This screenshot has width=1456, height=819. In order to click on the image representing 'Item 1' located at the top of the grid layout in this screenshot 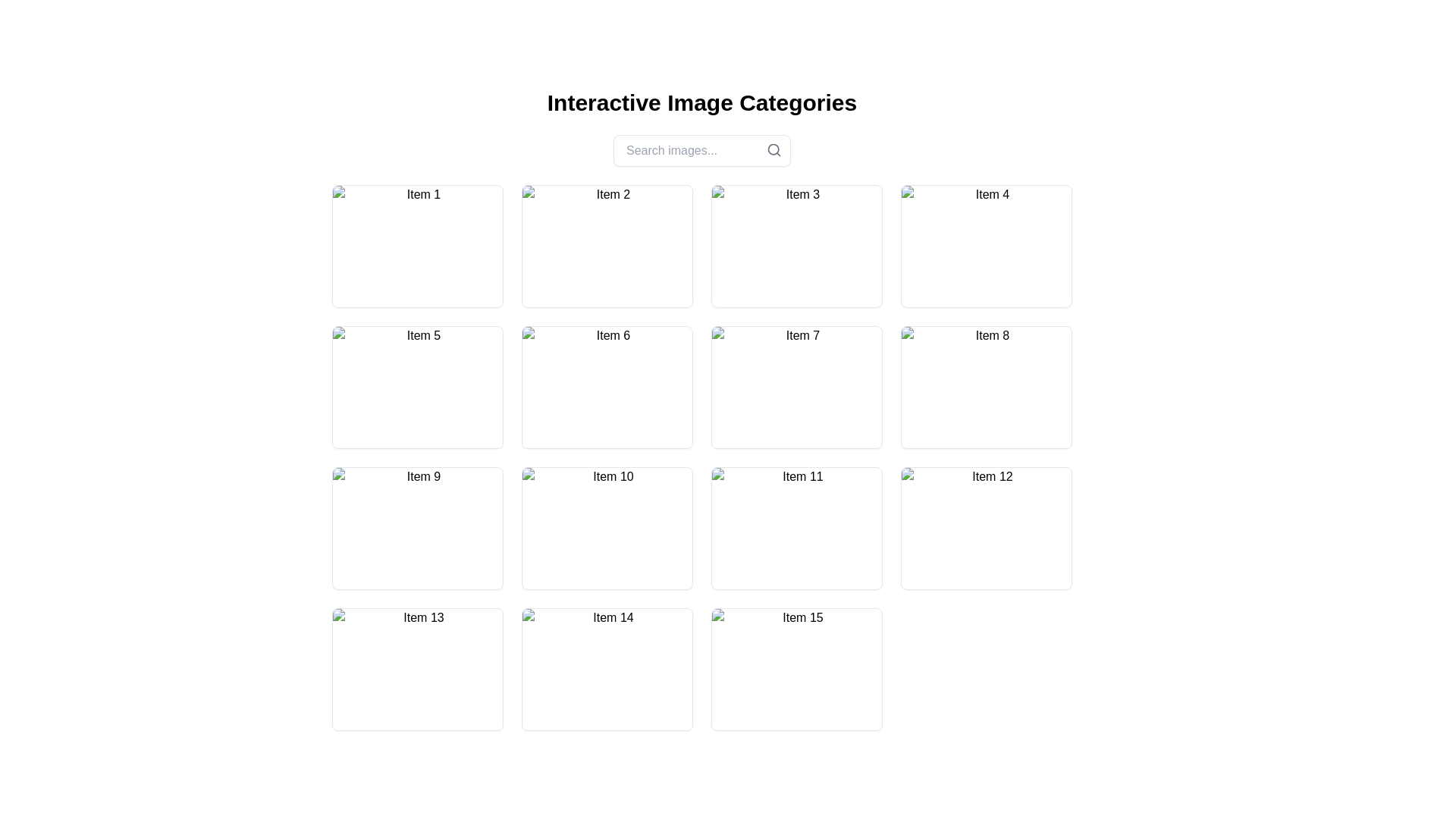, I will do `click(418, 245)`.